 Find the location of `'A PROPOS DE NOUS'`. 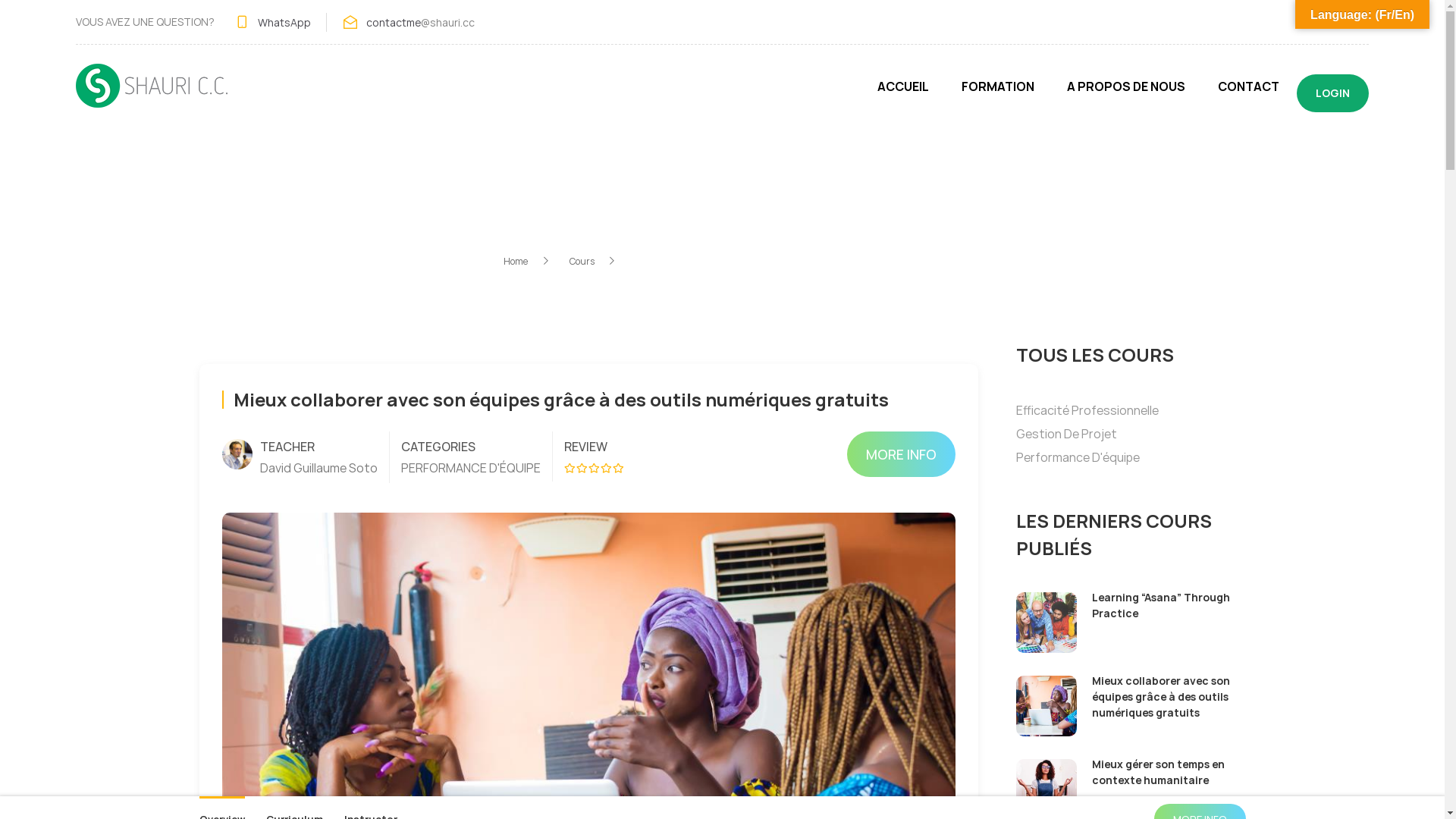

'A PROPOS DE NOUS' is located at coordinates (1125, 93).